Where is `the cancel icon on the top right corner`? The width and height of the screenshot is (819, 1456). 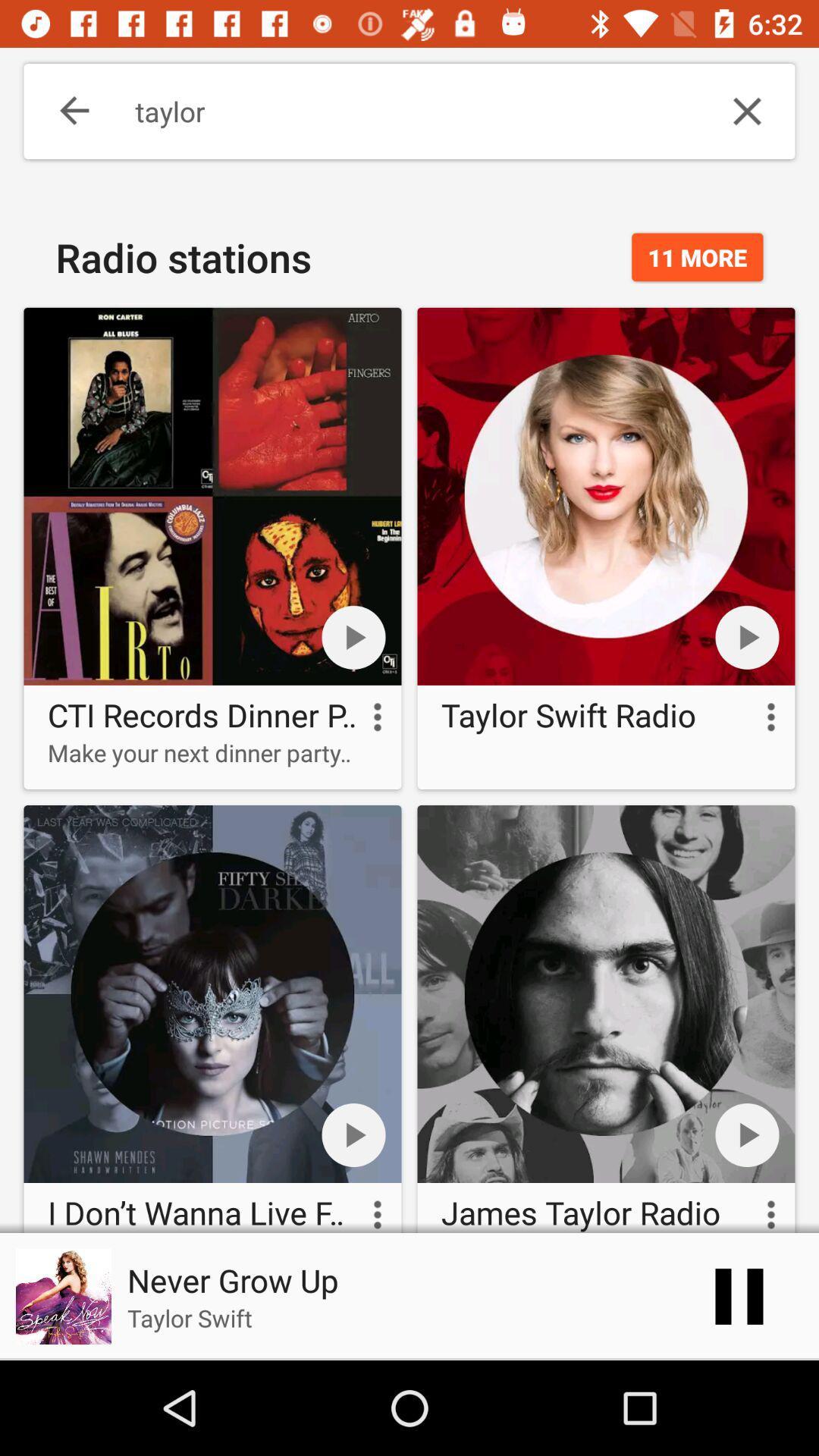 the cancel icon on the top right corner is located at coordinates (747, 111).